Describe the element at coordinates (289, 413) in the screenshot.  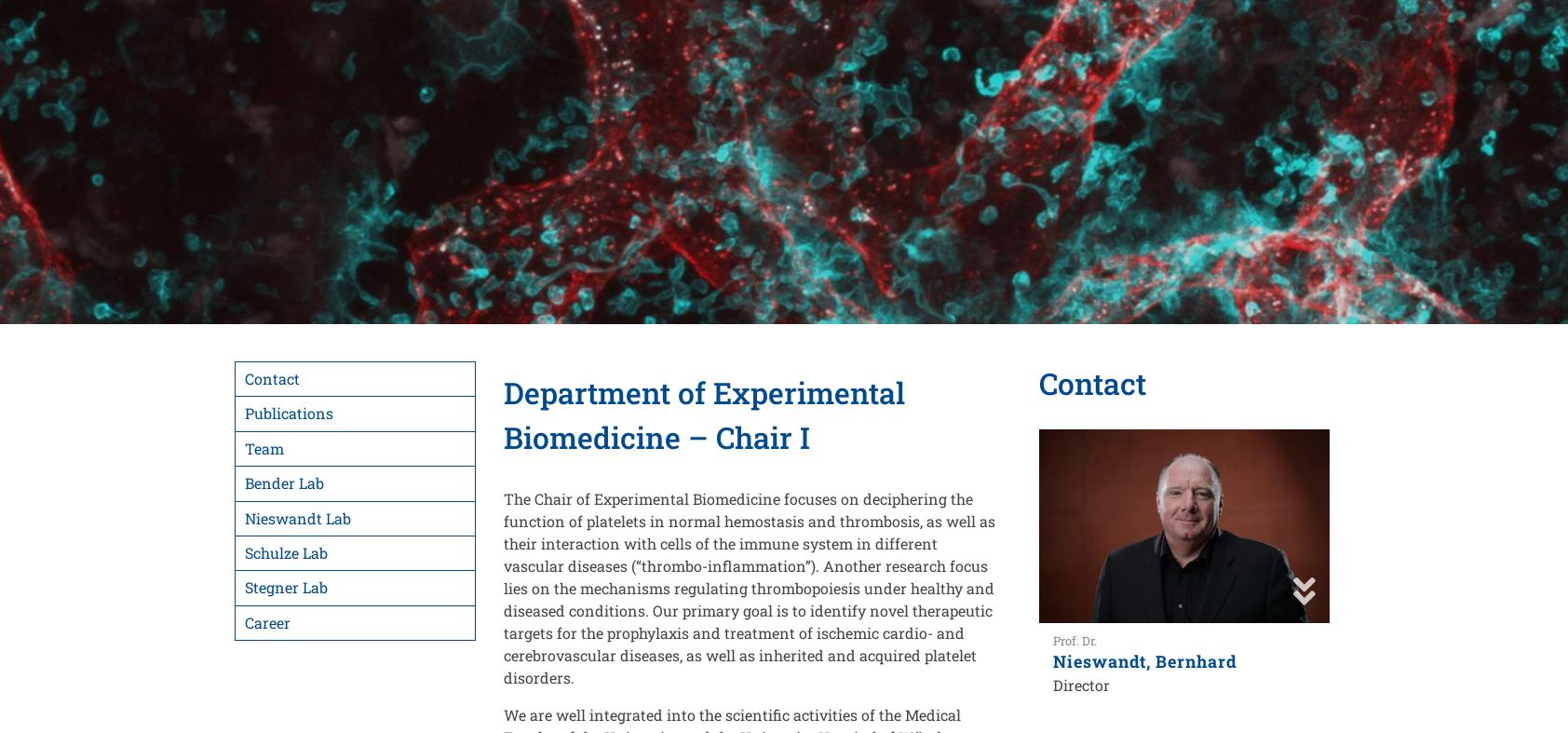
I see `'Publications'` at that location.